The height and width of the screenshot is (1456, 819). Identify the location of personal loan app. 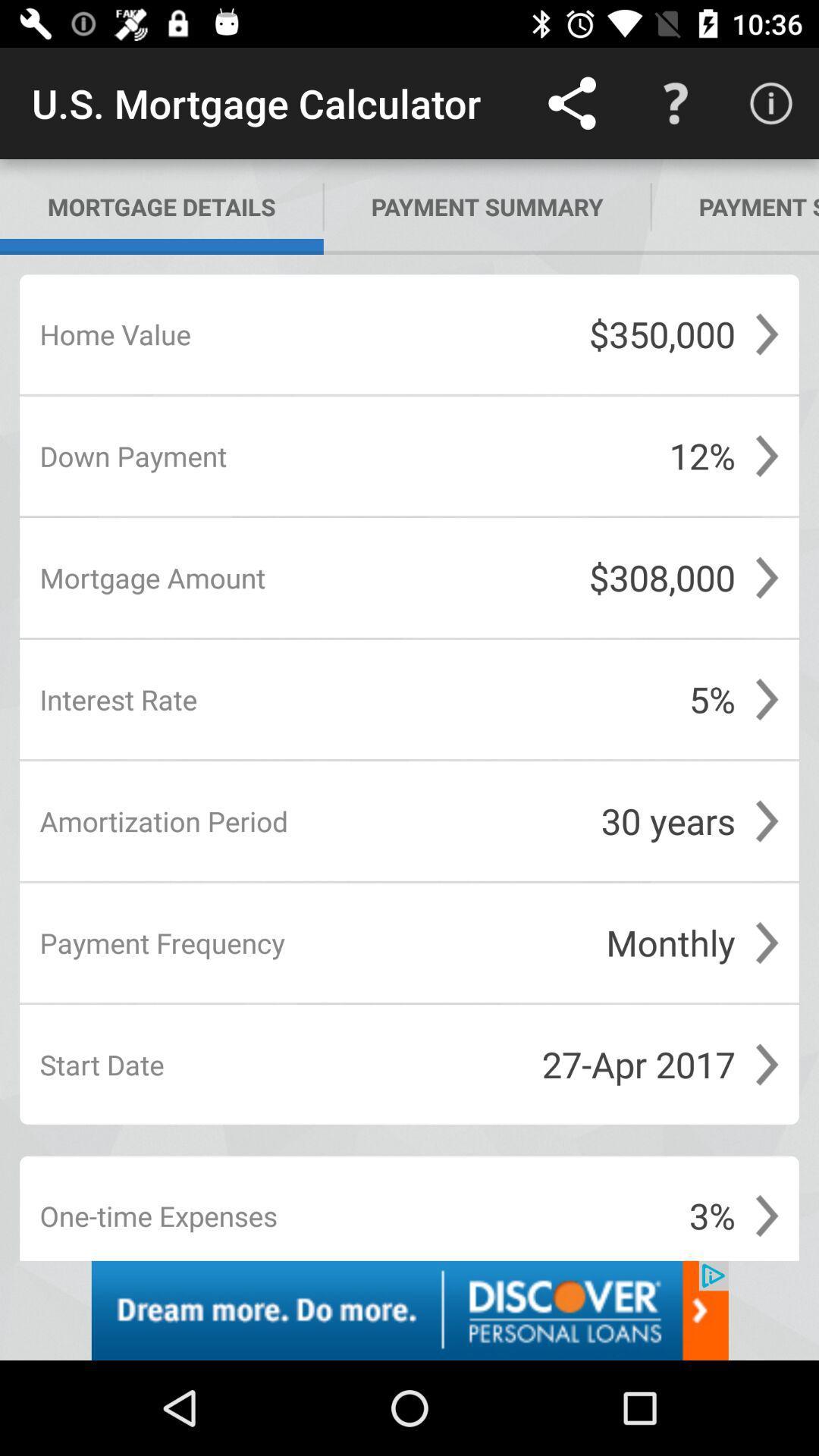
(409, 1310).